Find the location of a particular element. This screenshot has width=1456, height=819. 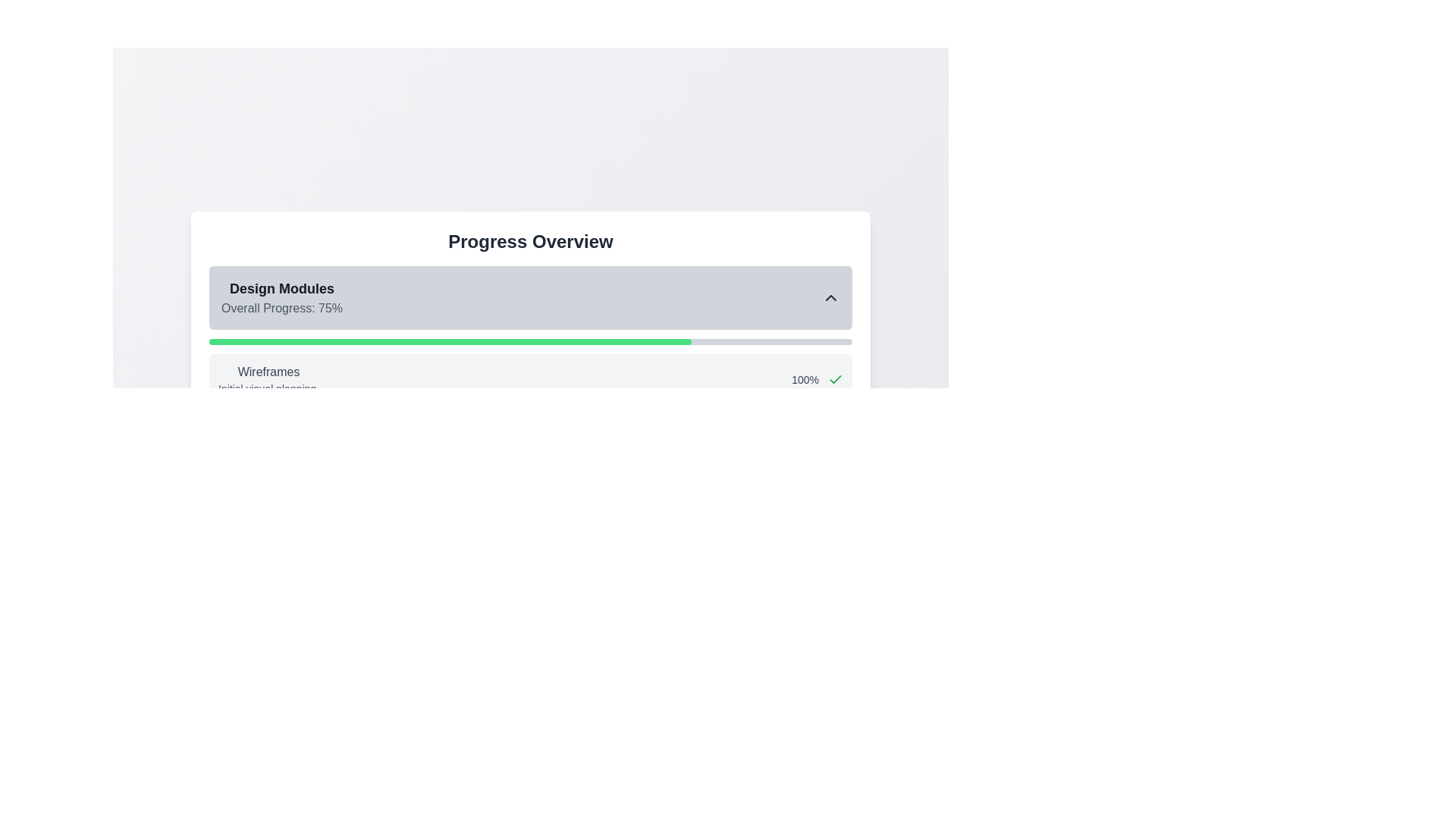

text displayed in the Text Display component, which shows 'Design Modules' and 'Overall Progress: 75%' on a light gray background is located at coordinates (282, 298).